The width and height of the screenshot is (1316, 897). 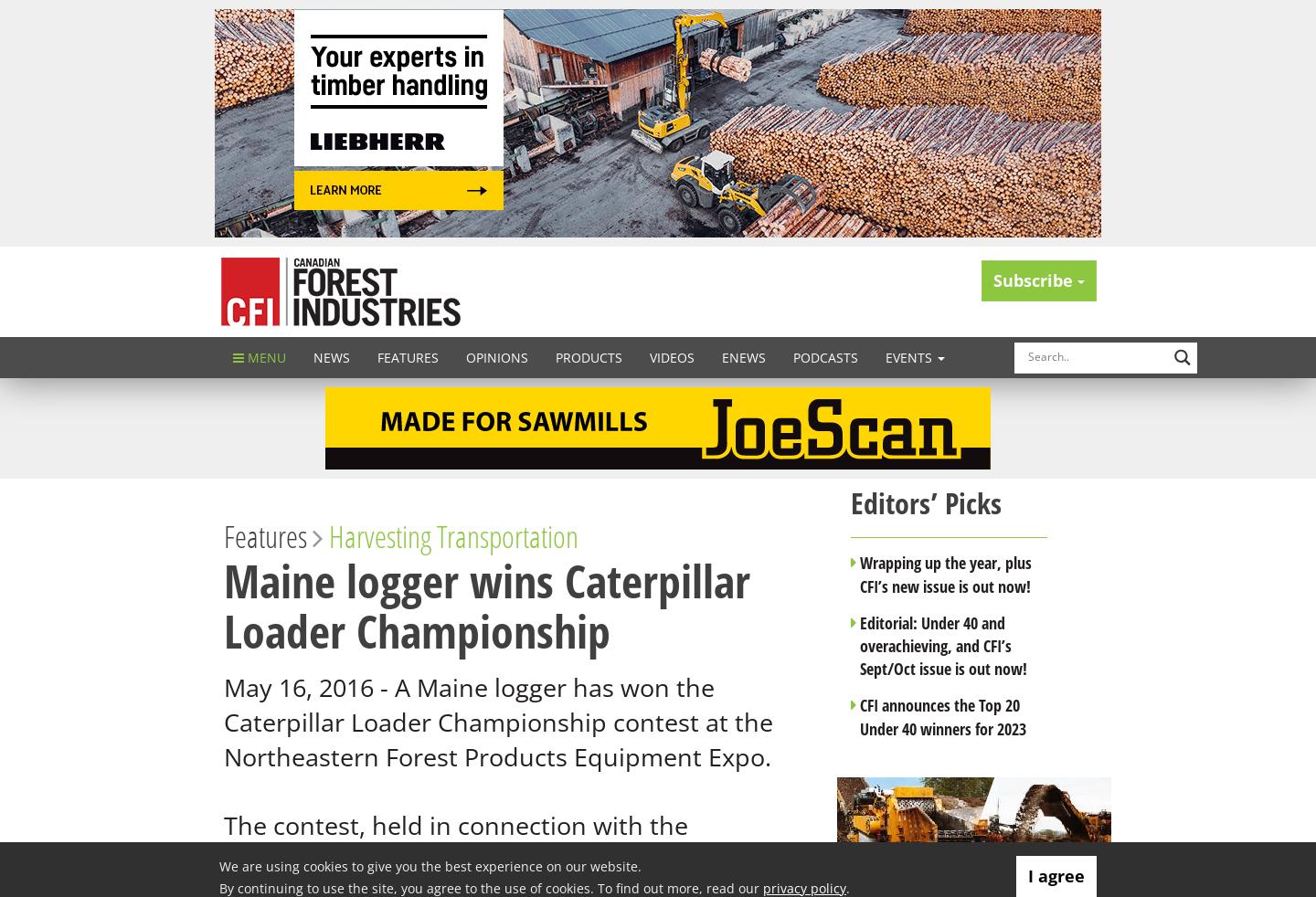 I want to click on 'Harvesting', so click(x=379, y=535).